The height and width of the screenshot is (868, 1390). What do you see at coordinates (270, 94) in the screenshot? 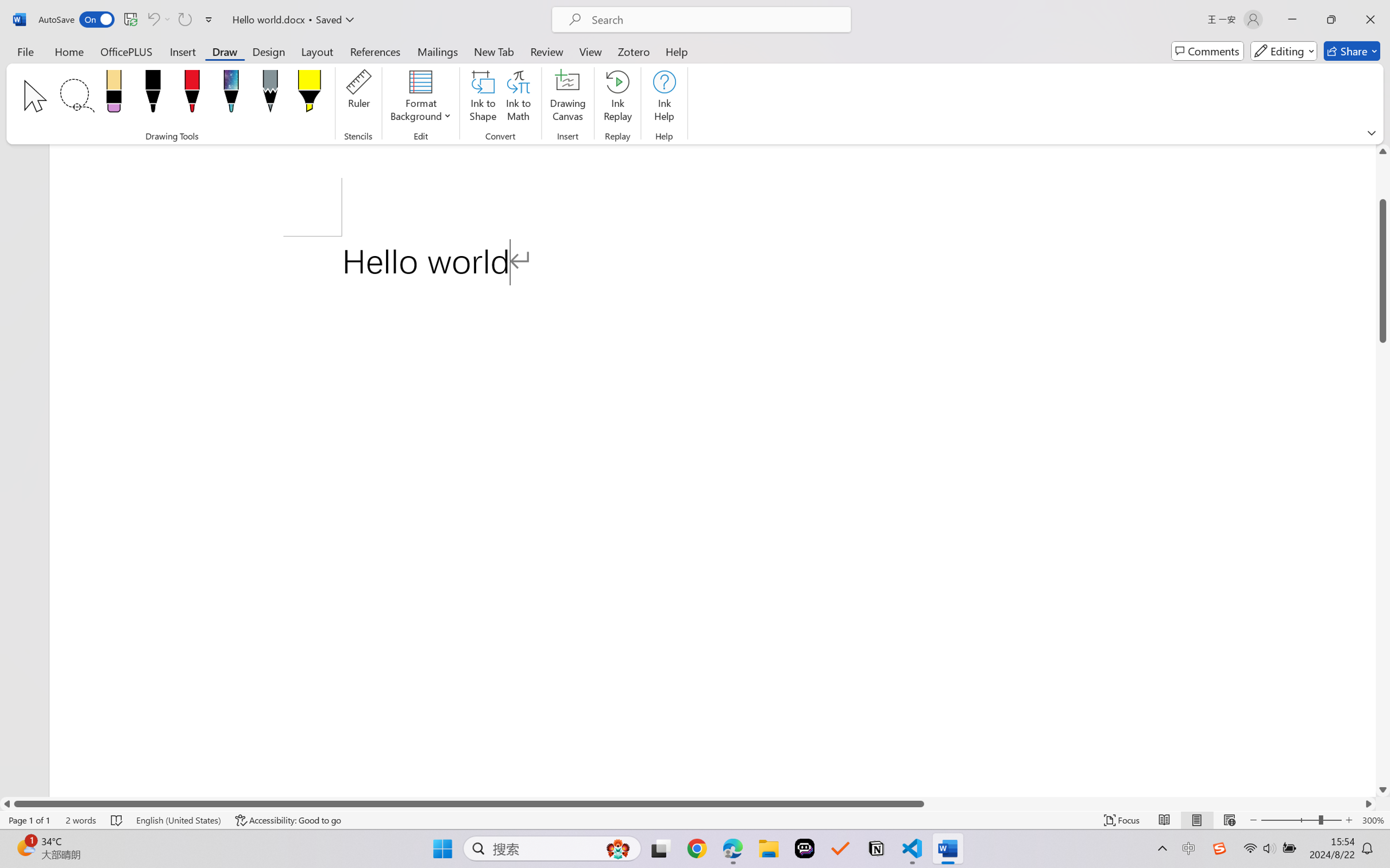
I see `'Pencil: Gray, 1 mm'` at bounding box center [270, 94].